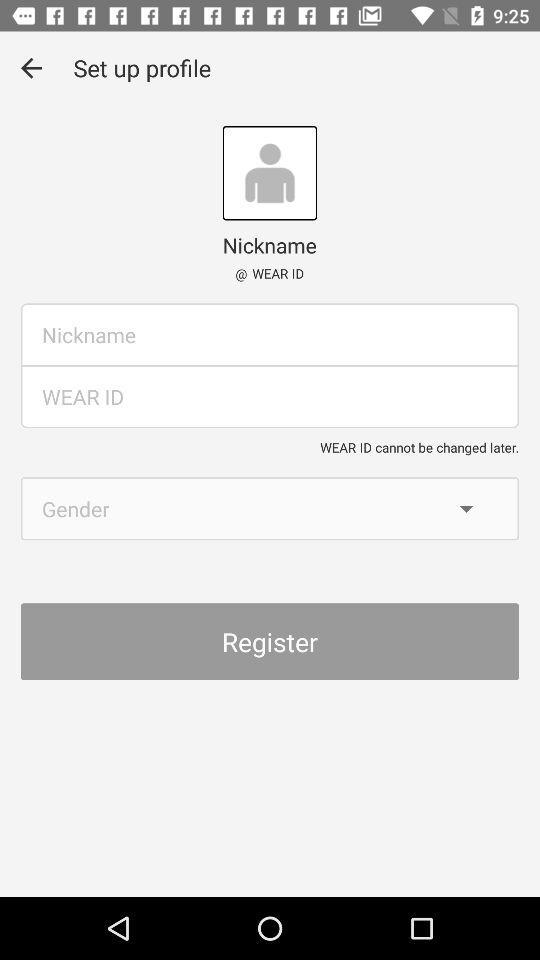 The width and height of the screenshot is (540, 960). What do you see at coordinates (270, 334) in the screenshot?
I see `text` at bounding box center [270, 334].